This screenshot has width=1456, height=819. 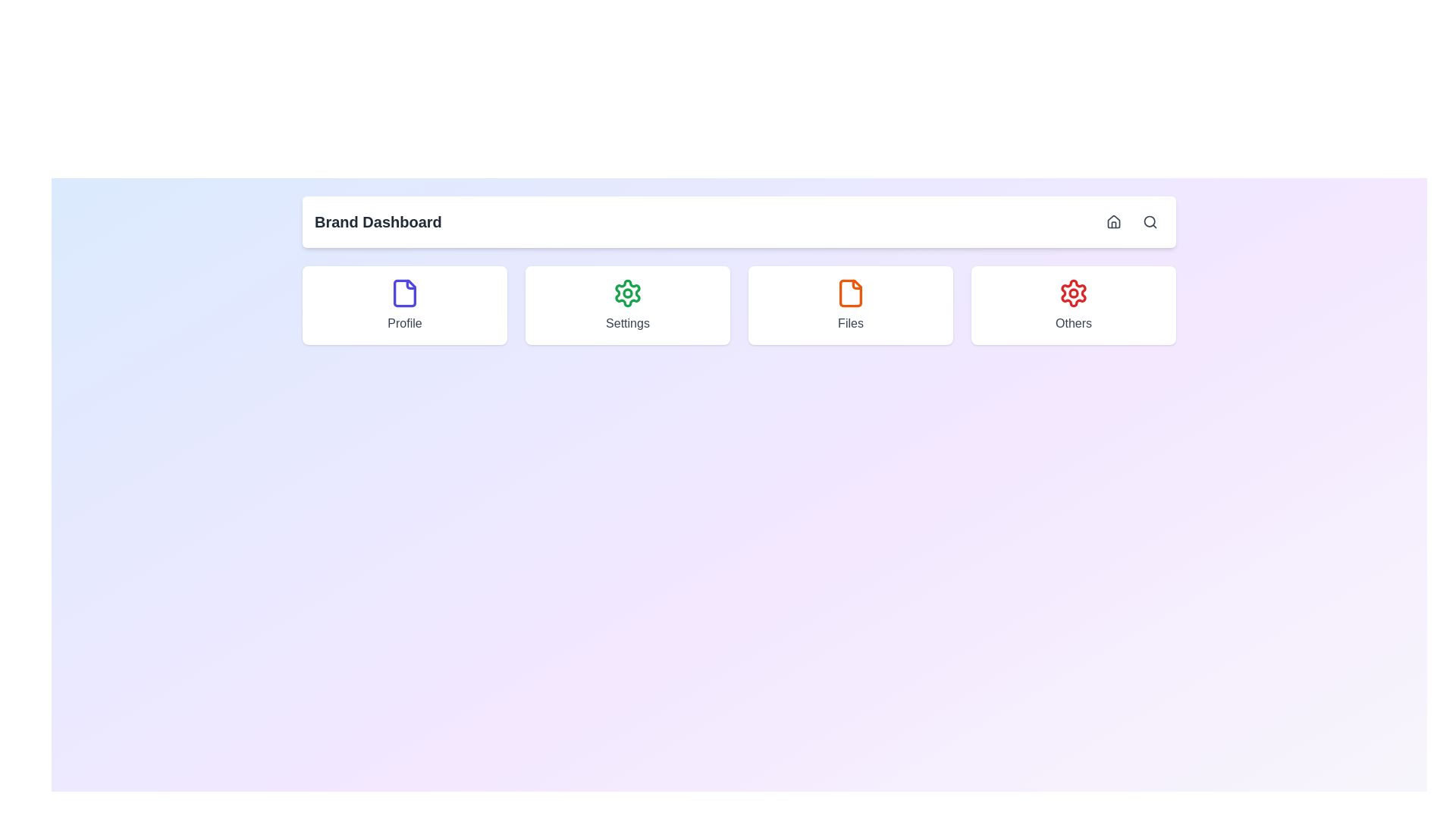 I want to click on the text label displaying 'Settings', which is styled in gray and positioned at the bottom center of a white, rounded rectangular card, located beneath a green gear icon, so click(x=628, y=323).